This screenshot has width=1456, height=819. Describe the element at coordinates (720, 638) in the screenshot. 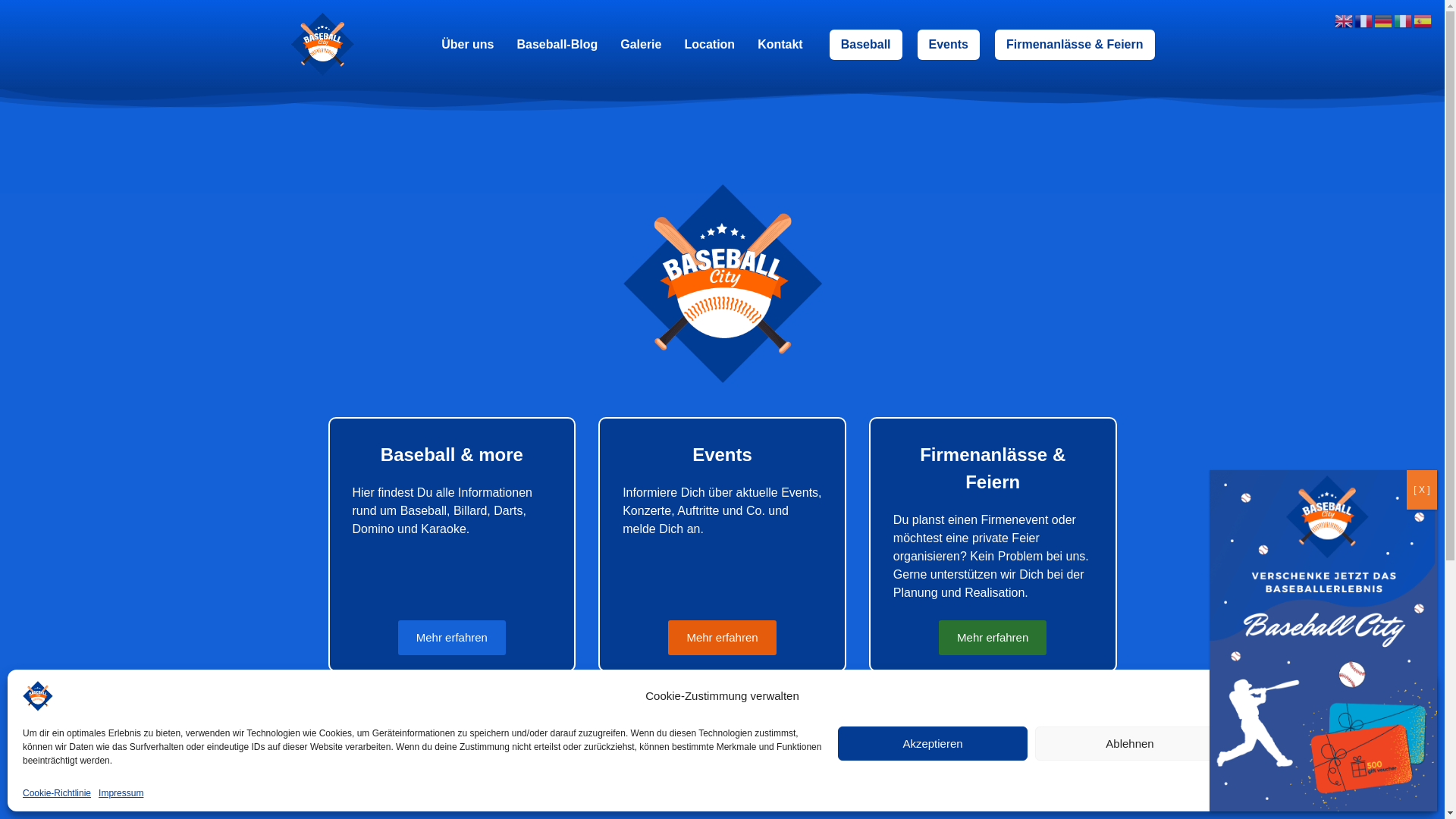

I see `'Mehr erfahren'` at that location.